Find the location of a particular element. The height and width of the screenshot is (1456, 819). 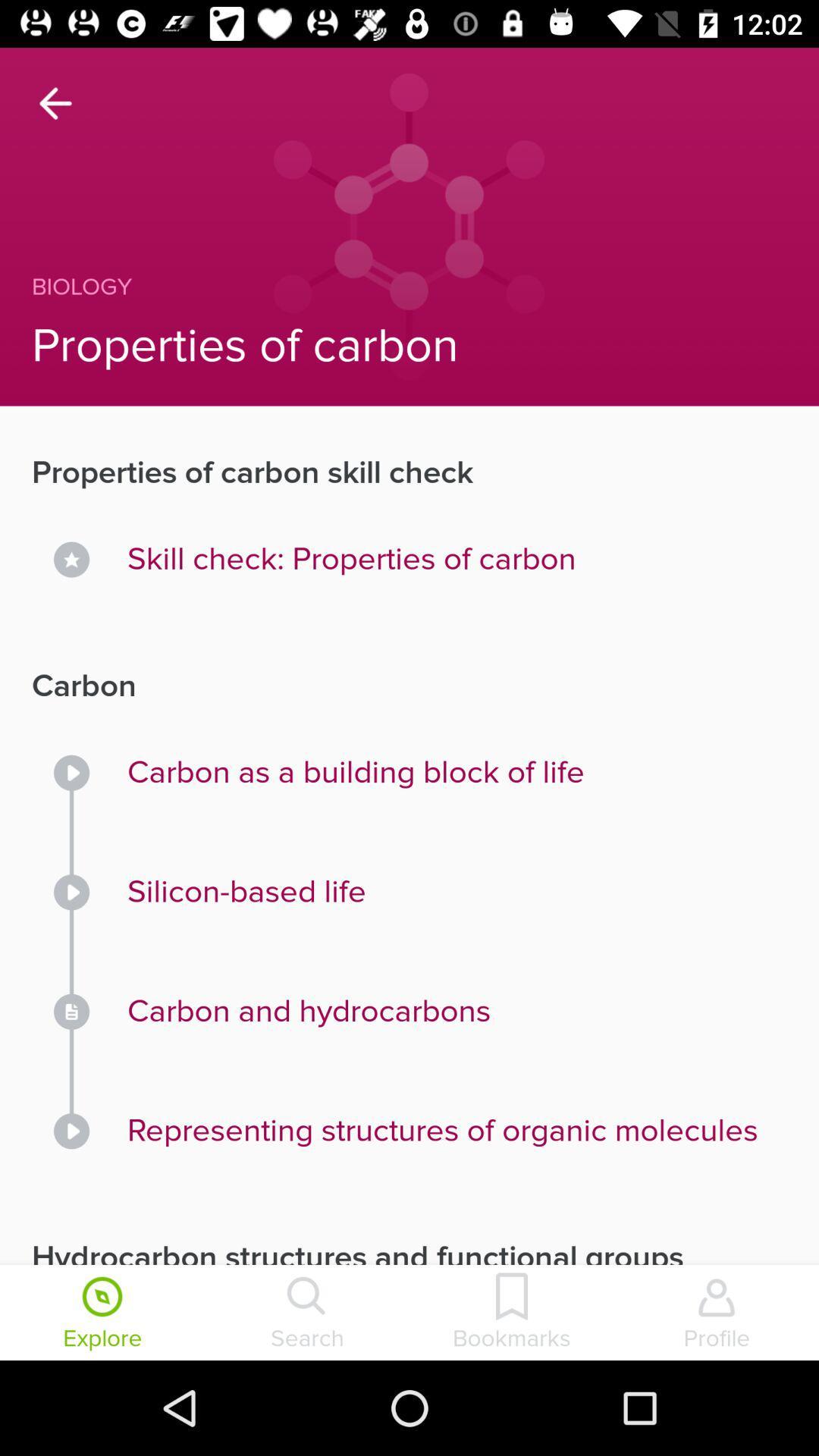

search icon is located at coordinates (307, 1313).